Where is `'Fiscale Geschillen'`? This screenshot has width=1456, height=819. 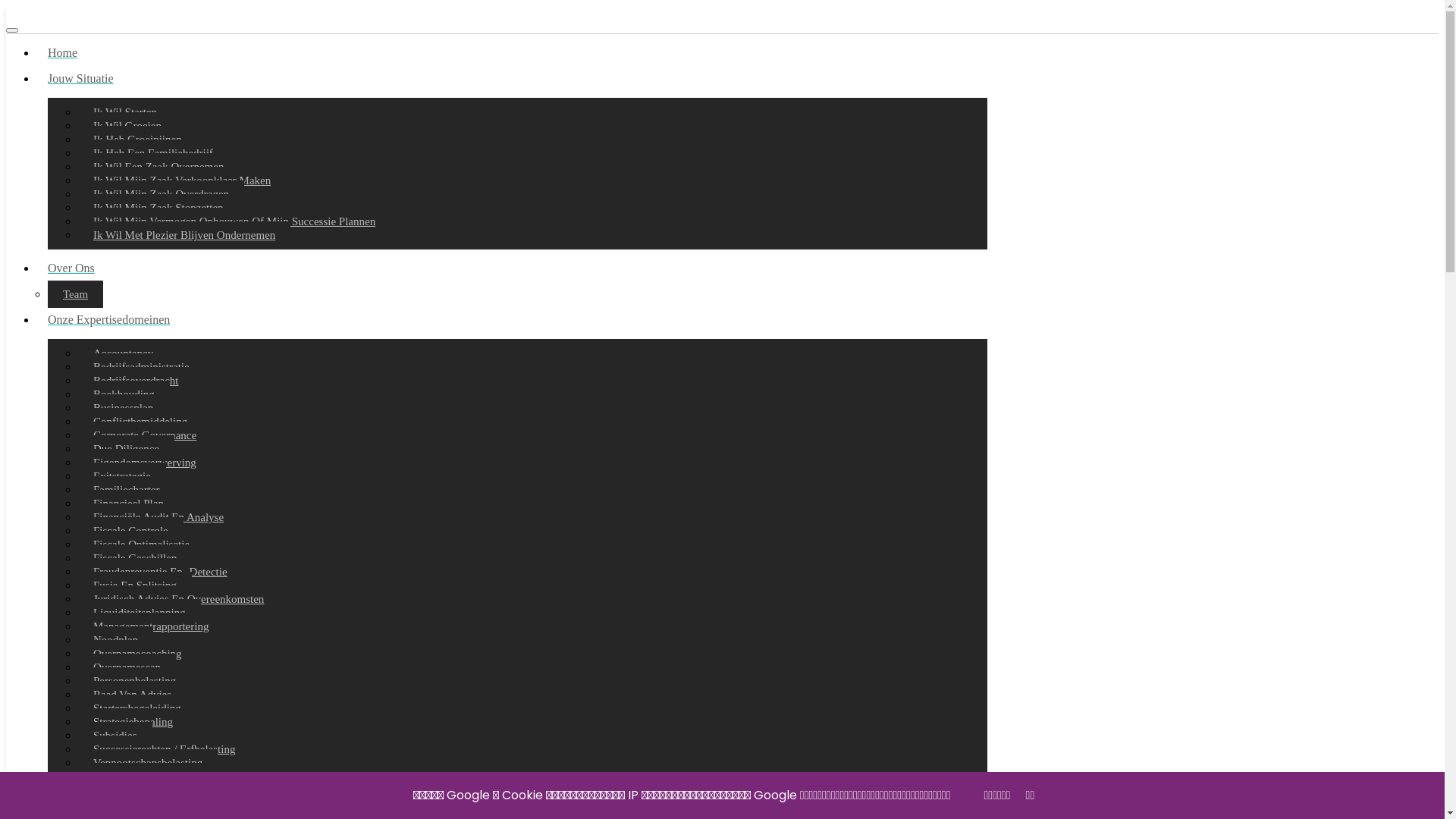
'Fiscale Geschillen' is located at coordinates (134, 558).